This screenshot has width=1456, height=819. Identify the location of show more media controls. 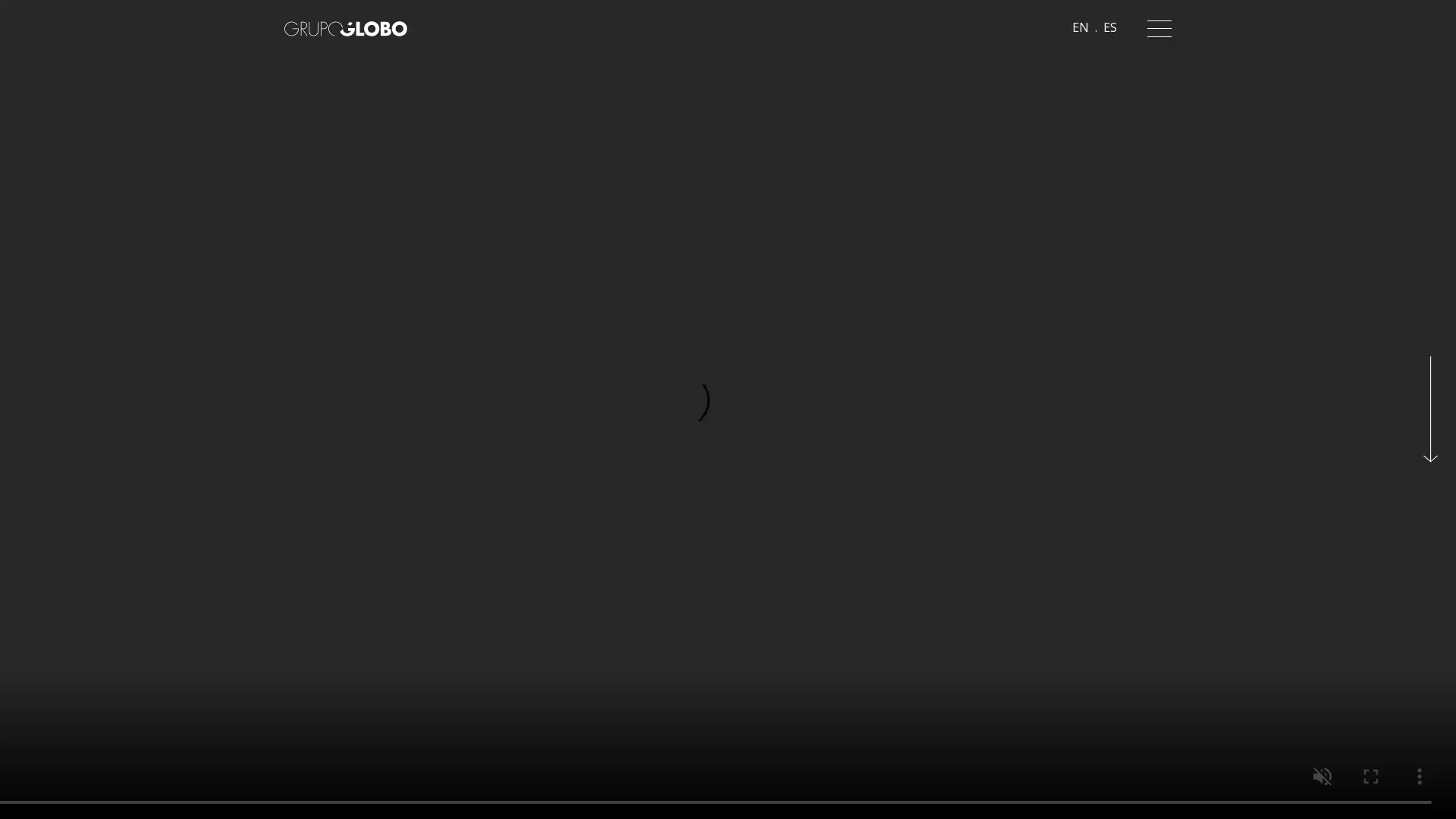
(1419, 776).